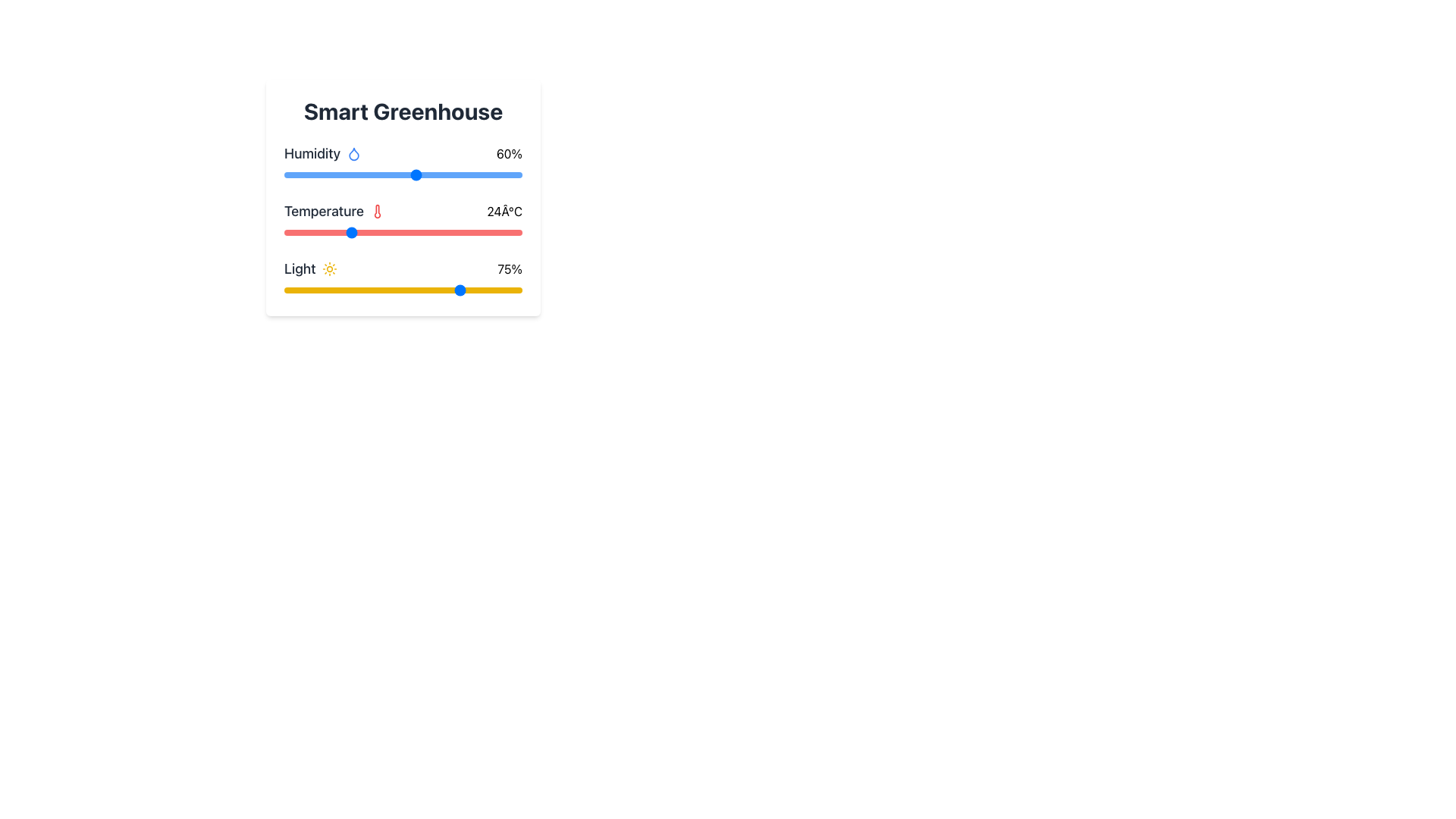 The height and width of the screenshot is (819, 1456). What do you see at coordinates (322, 290) in the screenshot?
I see `light intensity` at bounding box center [322, 290].